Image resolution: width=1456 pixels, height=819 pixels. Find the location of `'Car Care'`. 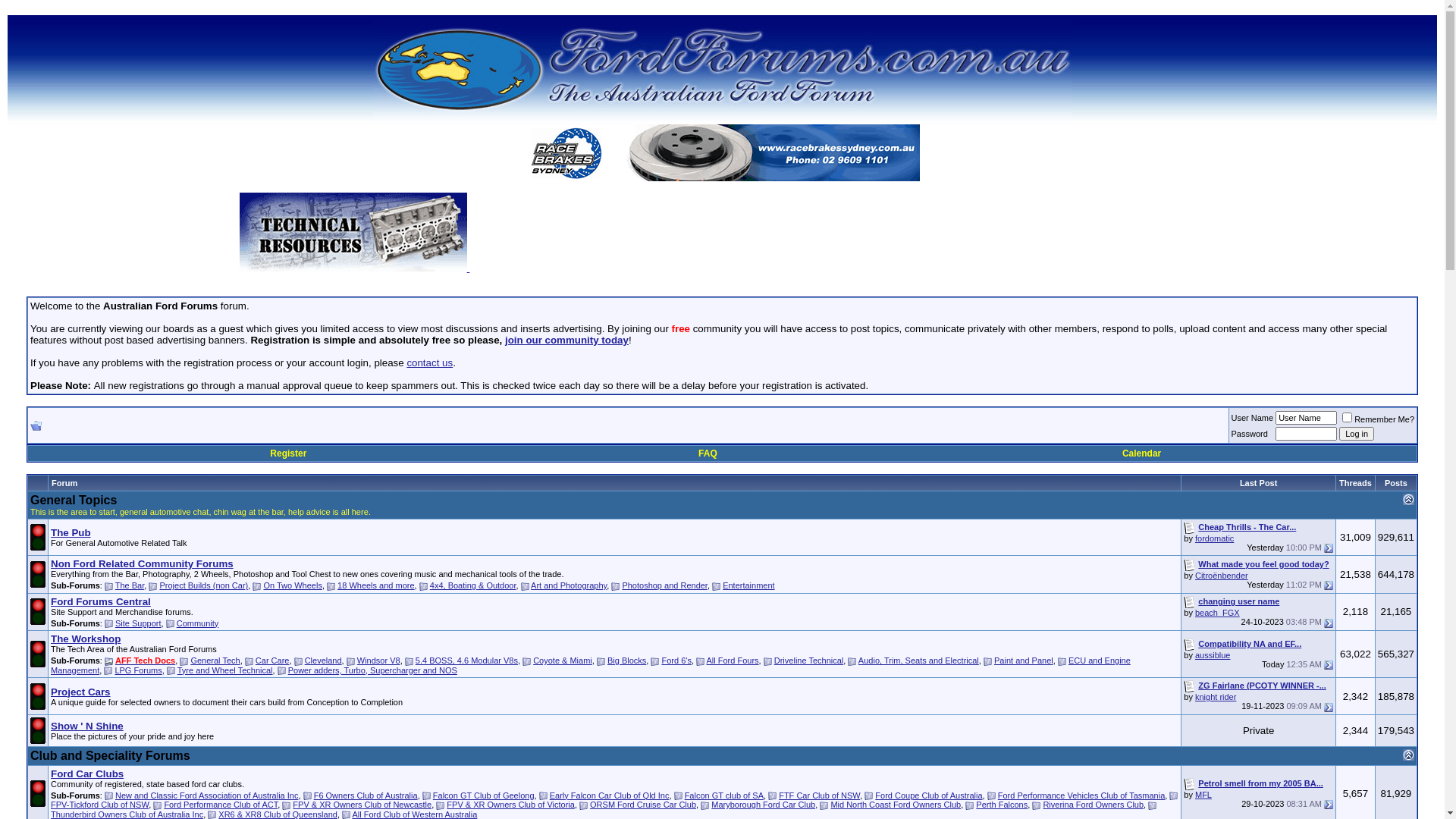

'Car Care' is located at coordinates (272, 660).